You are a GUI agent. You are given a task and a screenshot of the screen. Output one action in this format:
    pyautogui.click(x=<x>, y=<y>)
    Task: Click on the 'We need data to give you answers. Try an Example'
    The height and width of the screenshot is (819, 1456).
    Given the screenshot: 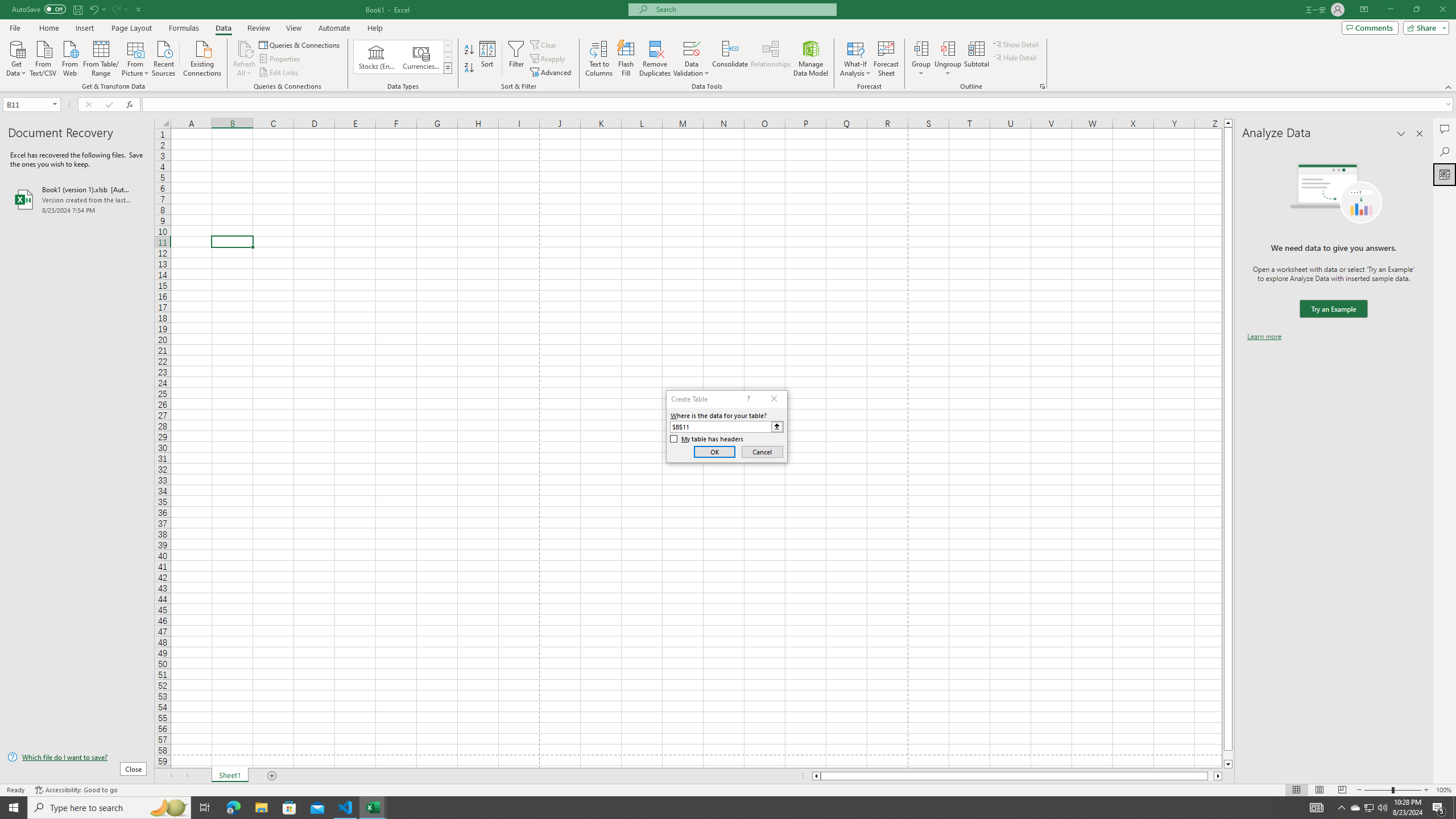 What is the action you would take?
    pyautogui.click(x=1333, y=309)
    